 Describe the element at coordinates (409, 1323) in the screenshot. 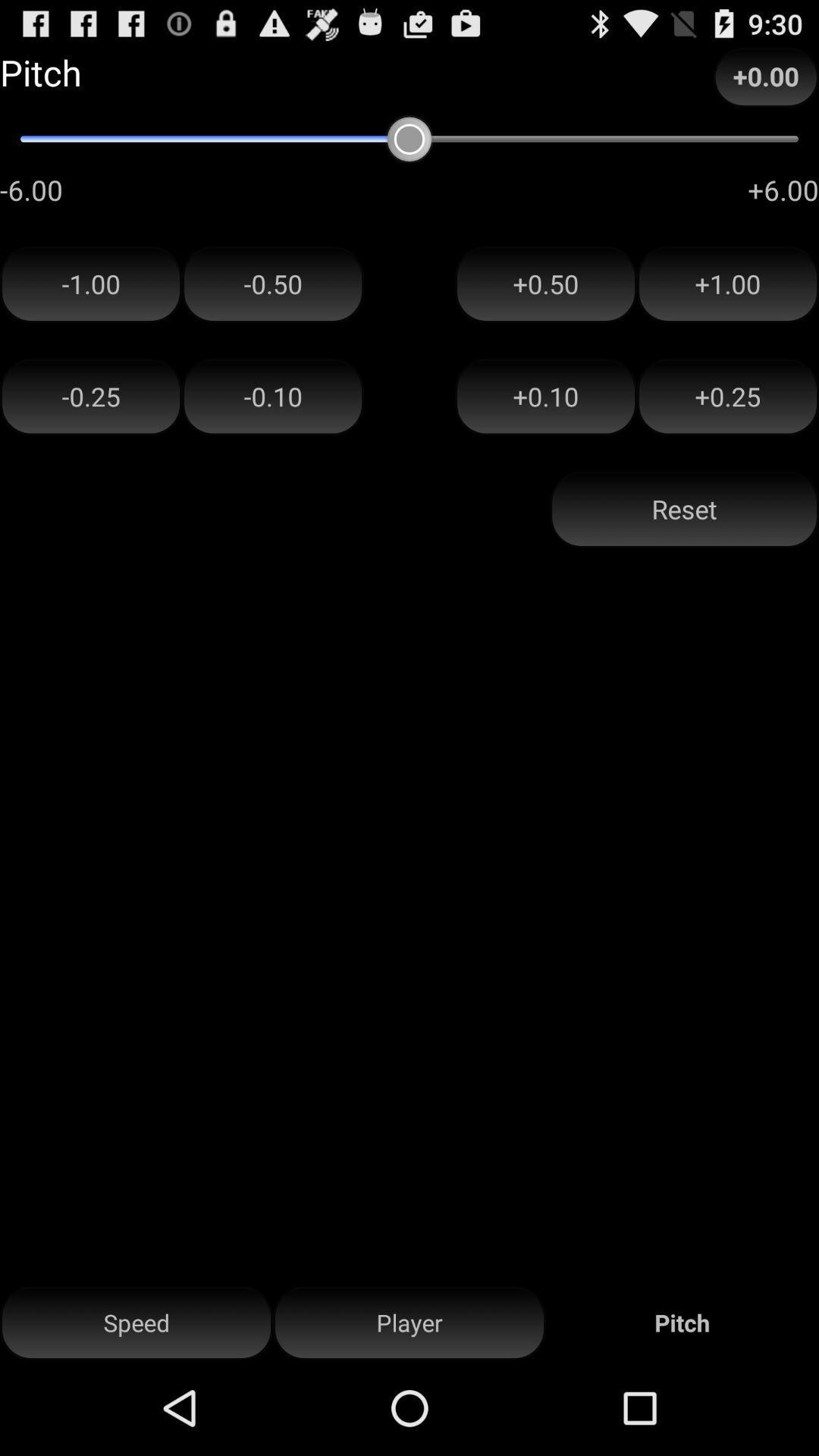

I see `button at the bottom` at that location.